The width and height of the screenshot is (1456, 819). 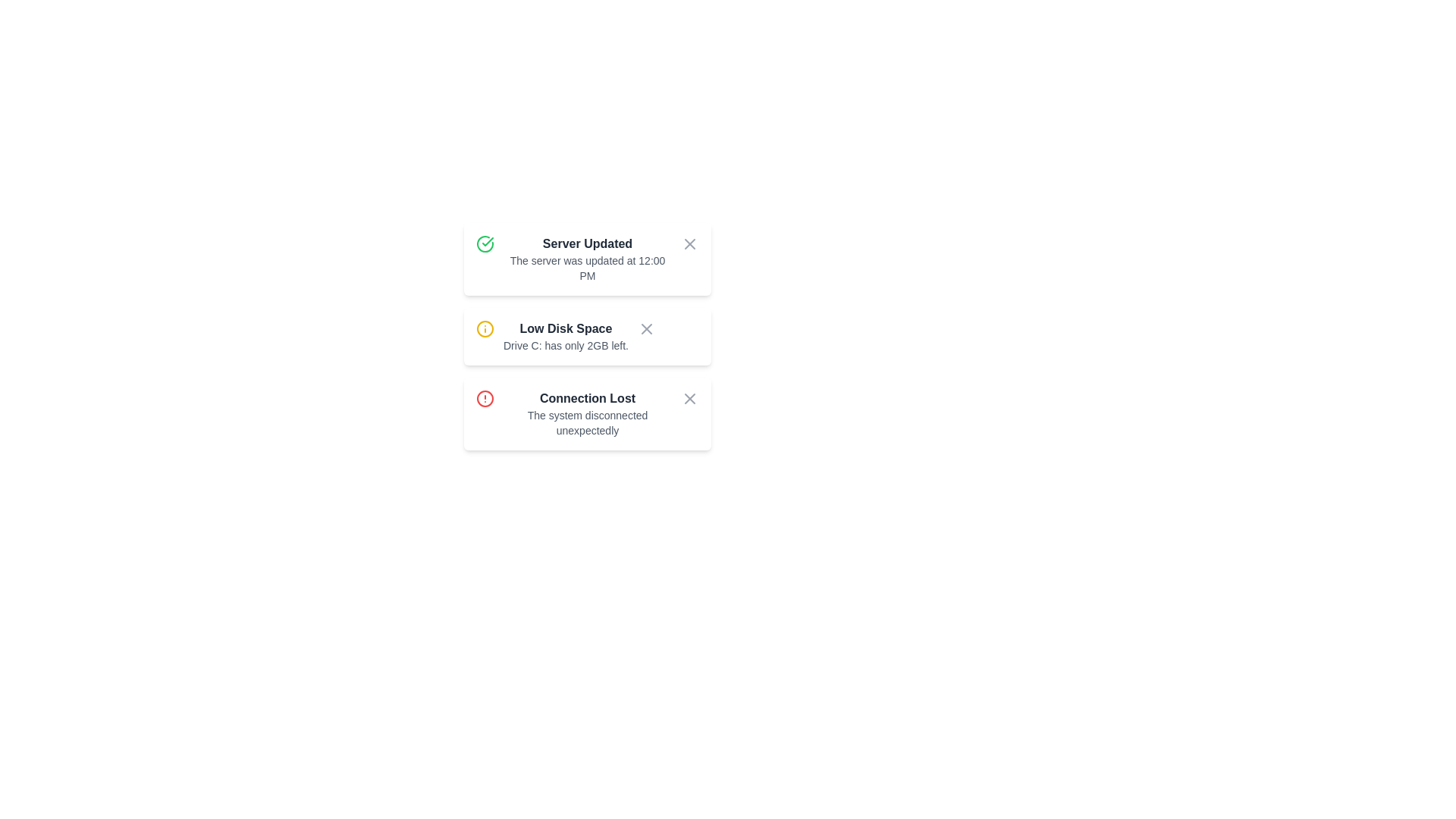 I want to click on text label that reads 'Server Updated', which is styled in bold and dark gray color, located at the top of the notification panel, so click(x=586, y=243).